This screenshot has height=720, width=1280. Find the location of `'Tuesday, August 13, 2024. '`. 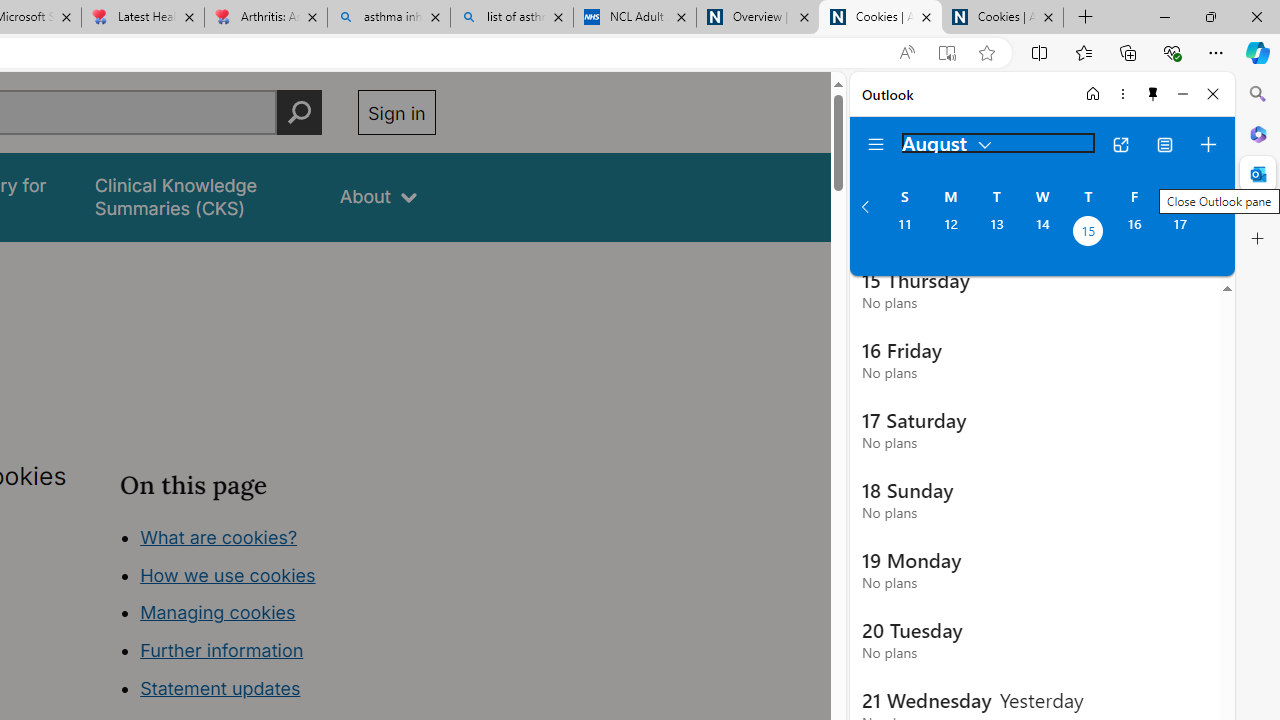

'Tuesday, August 13, 2024. ' is located at coordinates (996, 232).